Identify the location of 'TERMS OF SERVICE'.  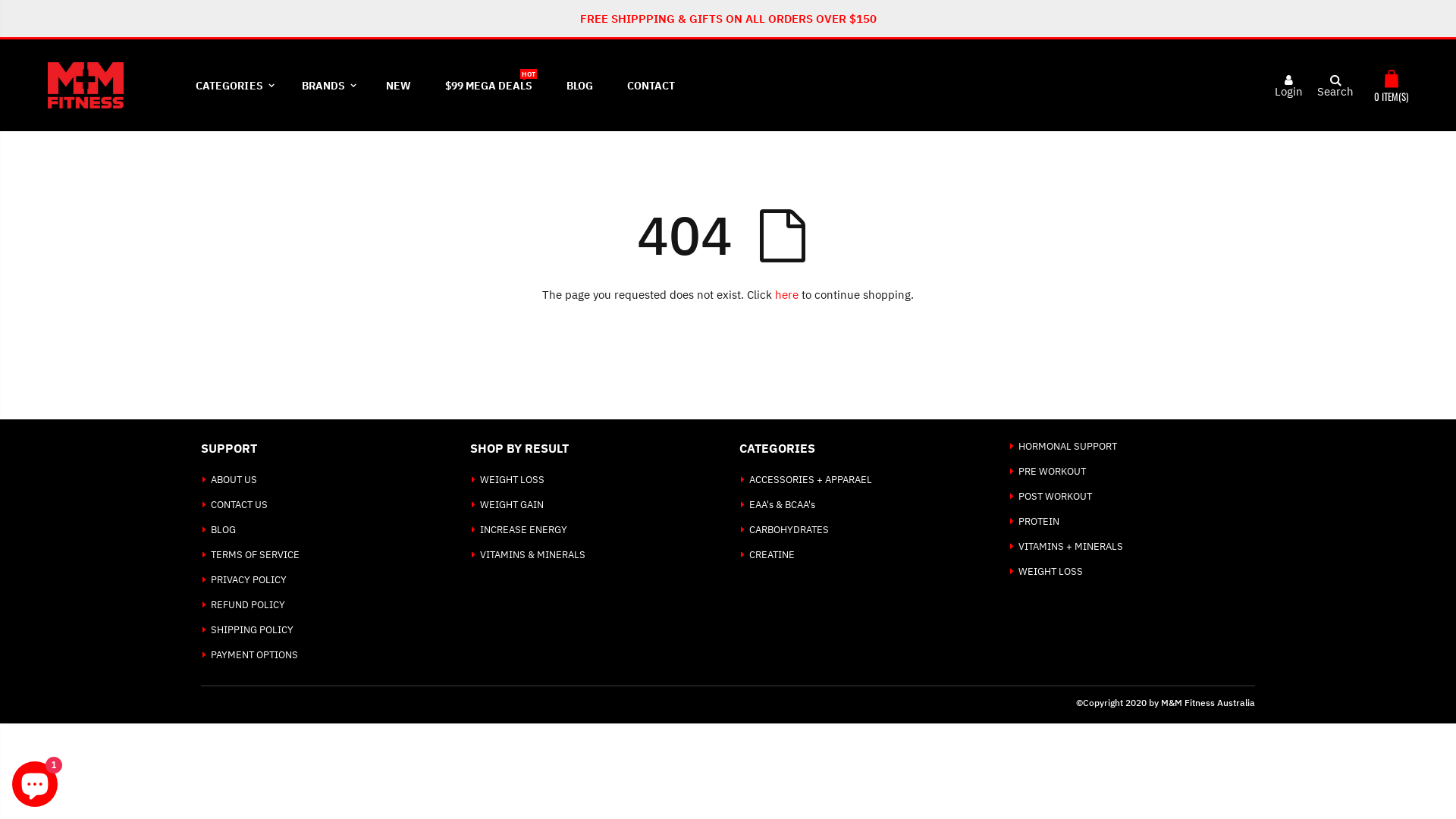
(255, 554).